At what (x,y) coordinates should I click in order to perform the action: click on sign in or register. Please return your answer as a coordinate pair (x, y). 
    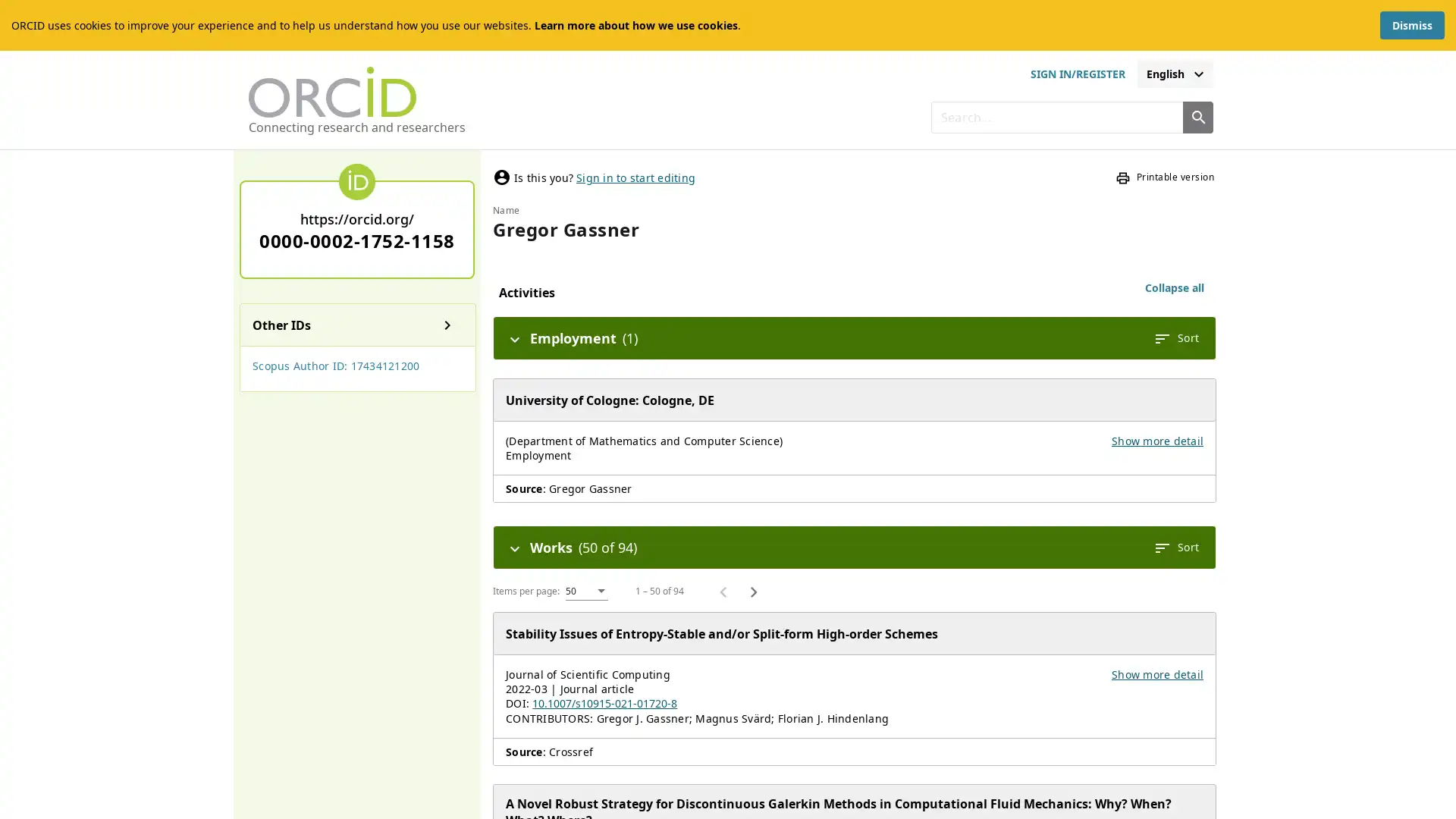
    Looking at the image, I should click on (1076, 74).